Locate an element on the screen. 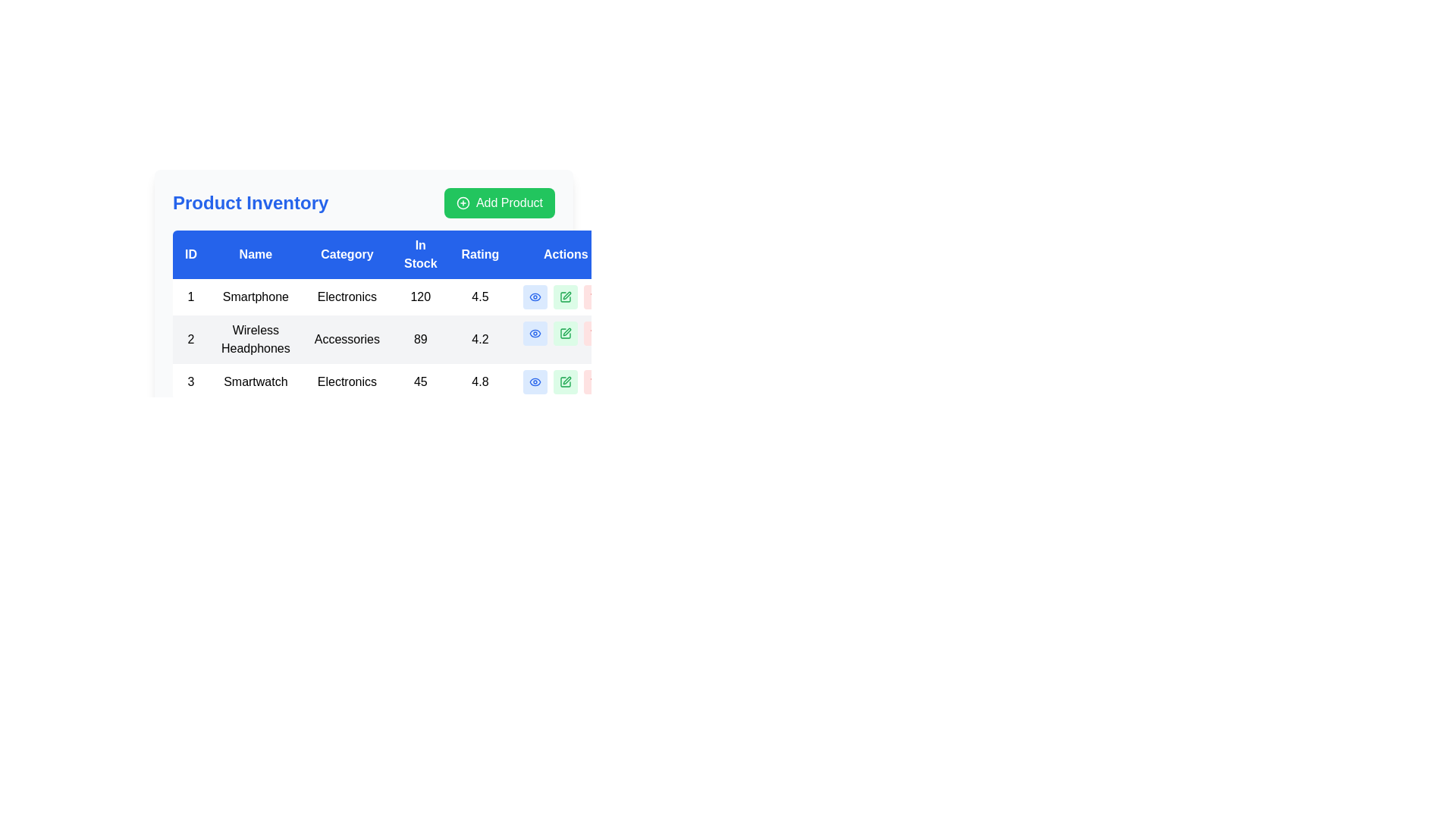  the small light blue button with a blue eye icon located under the 'Actions' column of the second row labeled 'Wireless Headphones' is located at coordinates (535, 332).